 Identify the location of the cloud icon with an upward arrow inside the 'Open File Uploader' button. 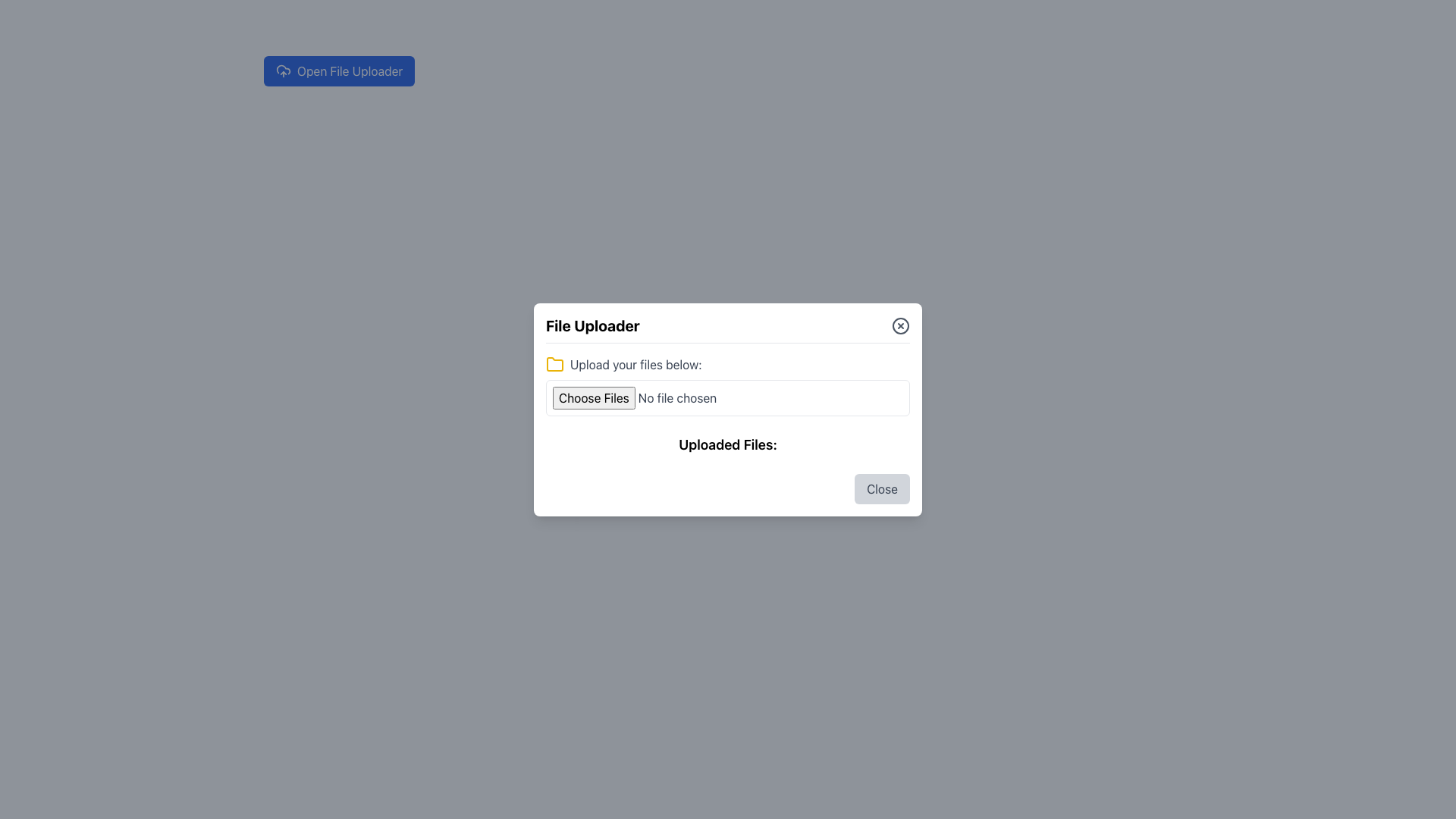
(284, 71).